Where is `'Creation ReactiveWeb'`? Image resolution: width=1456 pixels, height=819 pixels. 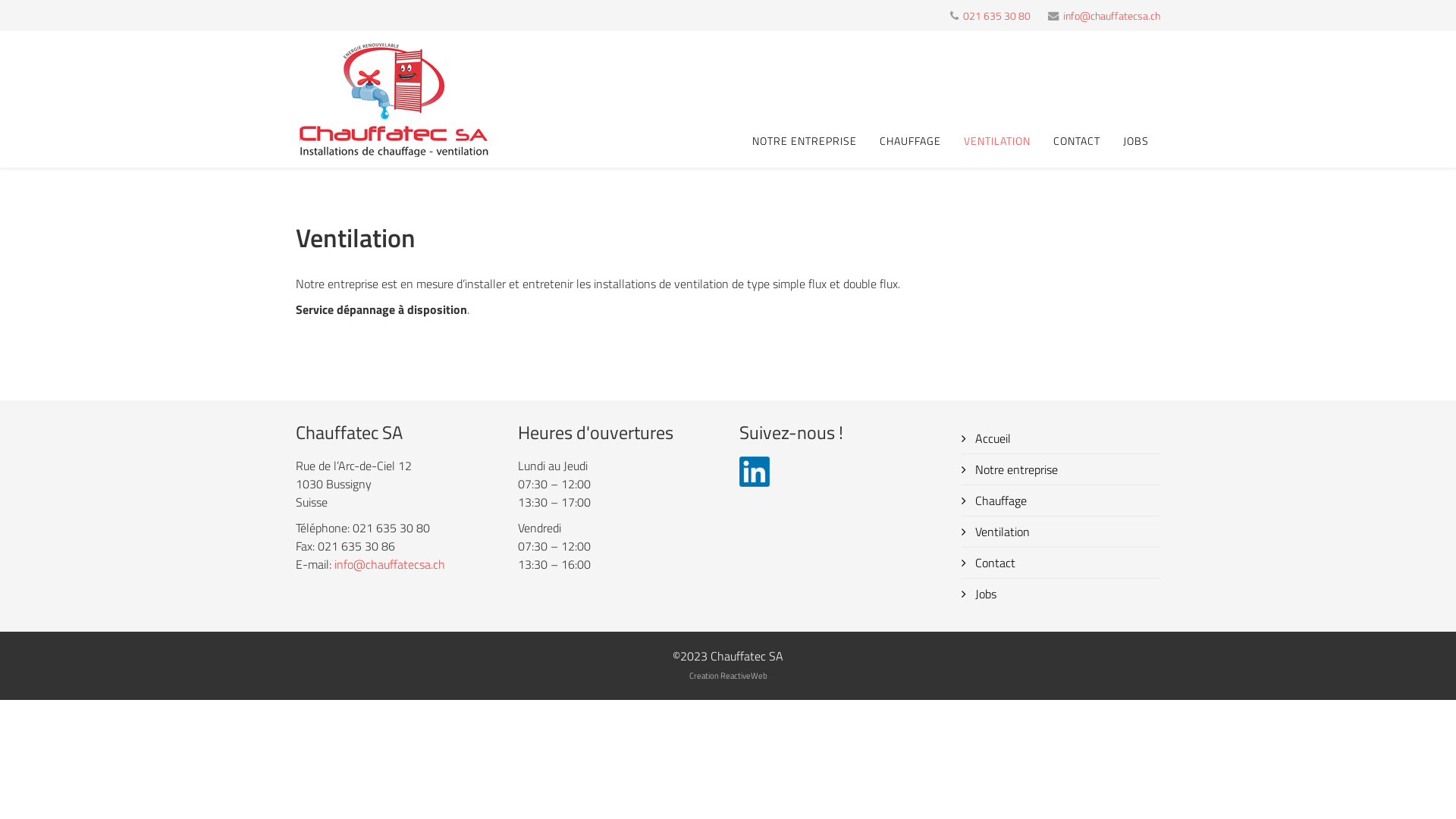
'Creation ReactiveWeb' is located at coordinates (726, 675).